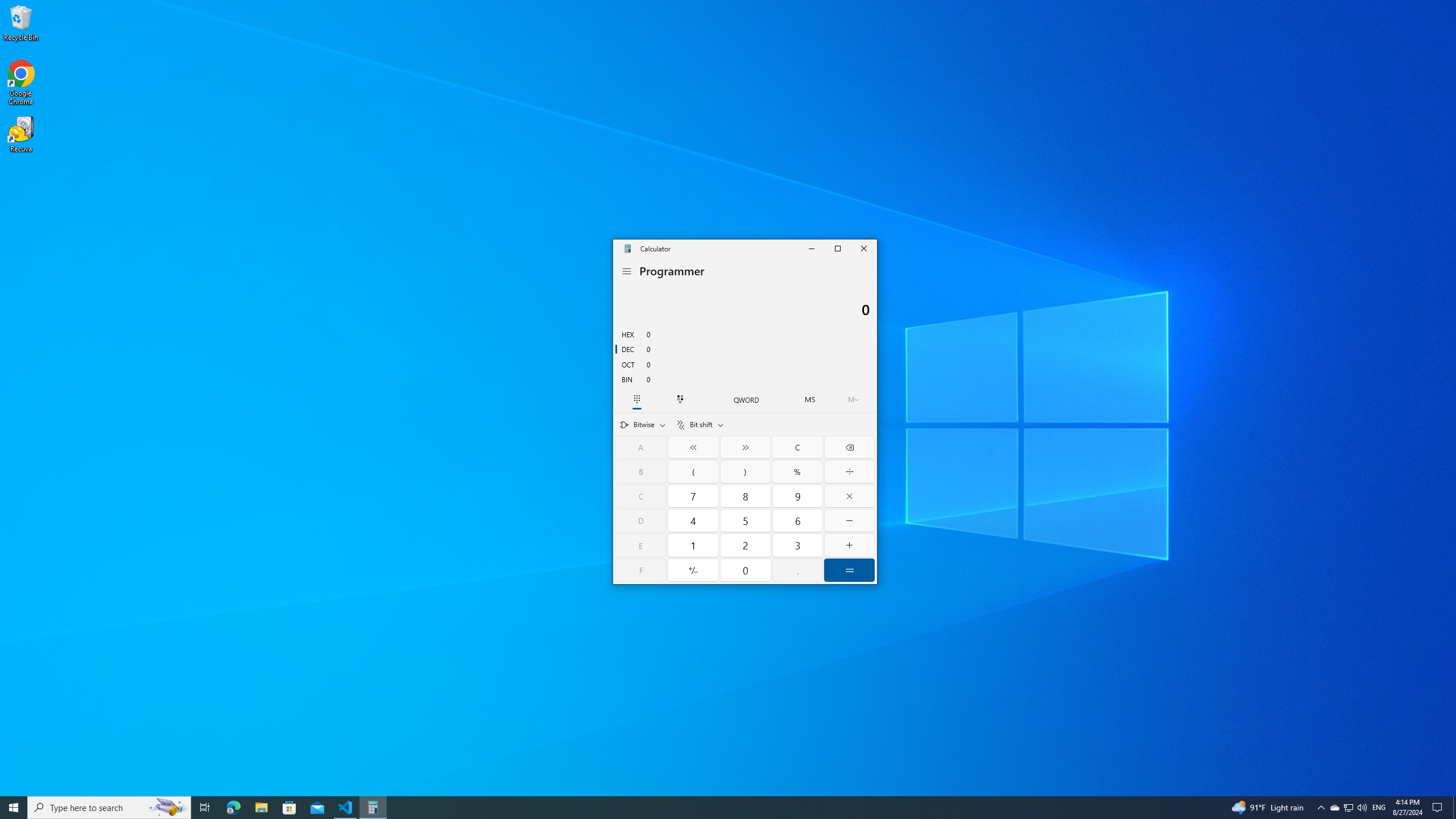  Describe the element at coordinates (797, 545) in the screenshot. I see `'Three'` at that location.